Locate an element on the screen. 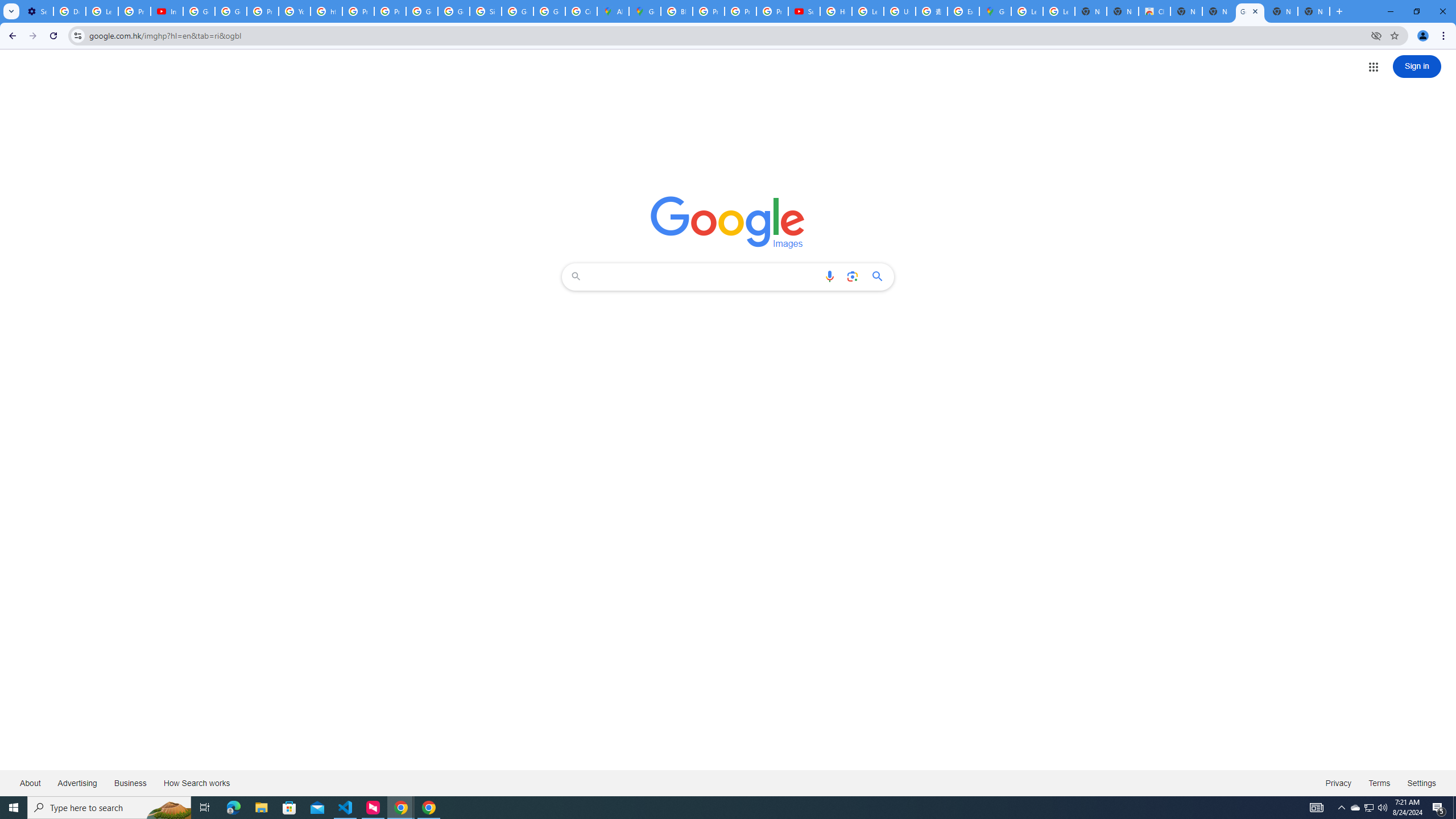 Image resolution: width=1456 pixels, height=819 pixels. 'Settings - Customize profile' is located at coordinates (37, 11).